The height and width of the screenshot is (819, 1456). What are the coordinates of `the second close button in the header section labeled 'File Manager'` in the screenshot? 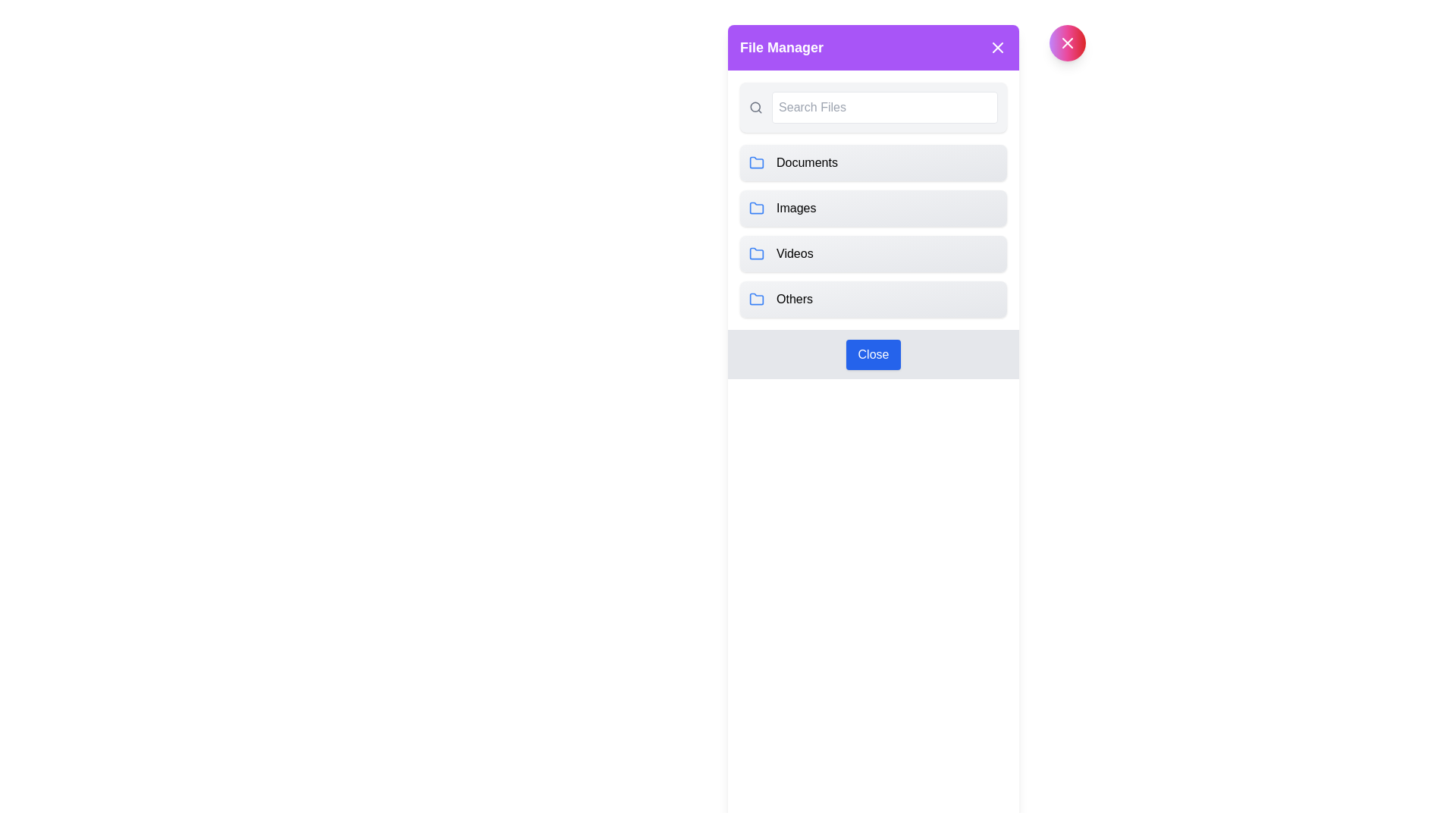 It's located at (1066, 42).